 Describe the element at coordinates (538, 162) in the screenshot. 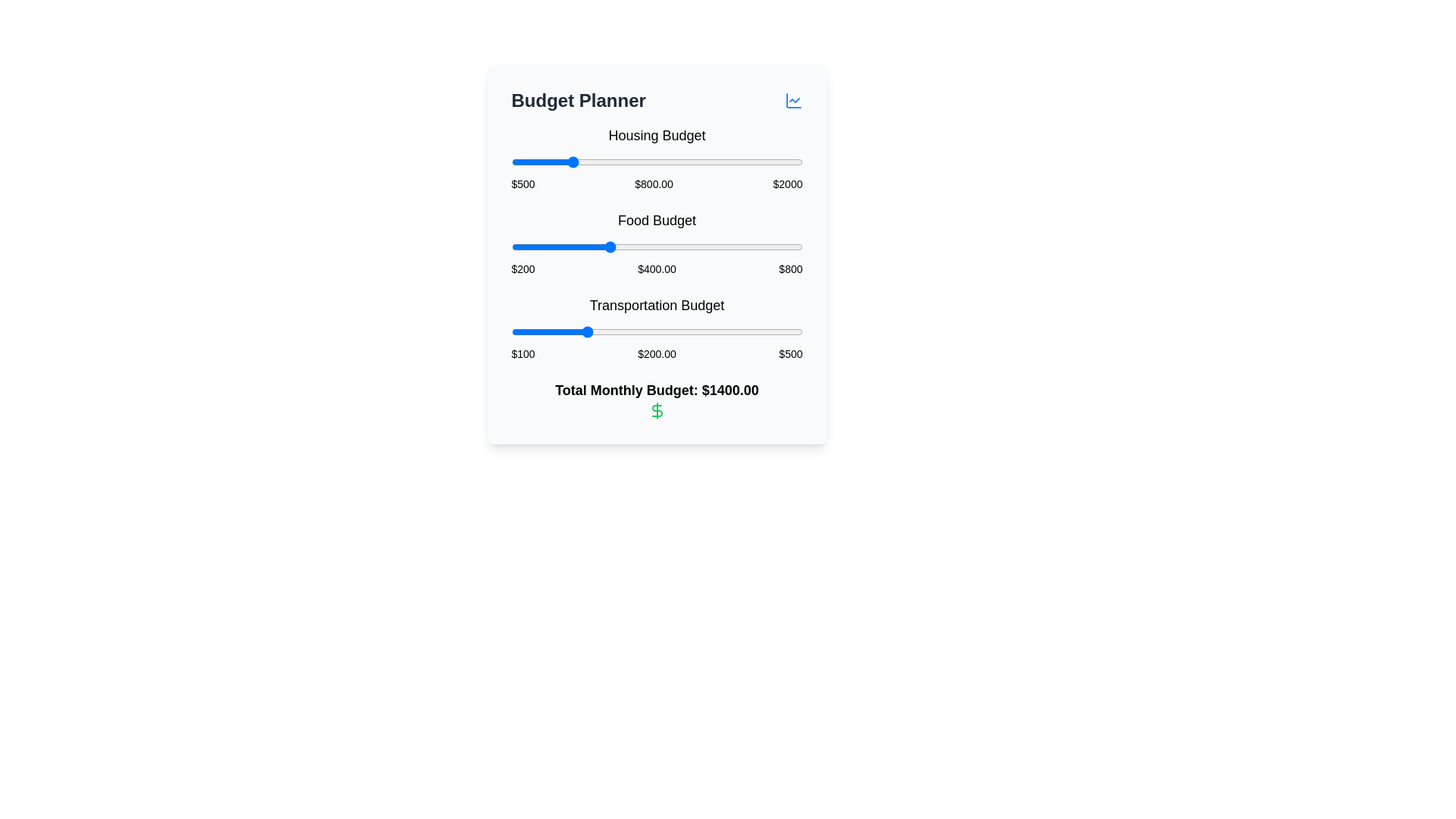

I see `the housing budget slider` at that location.